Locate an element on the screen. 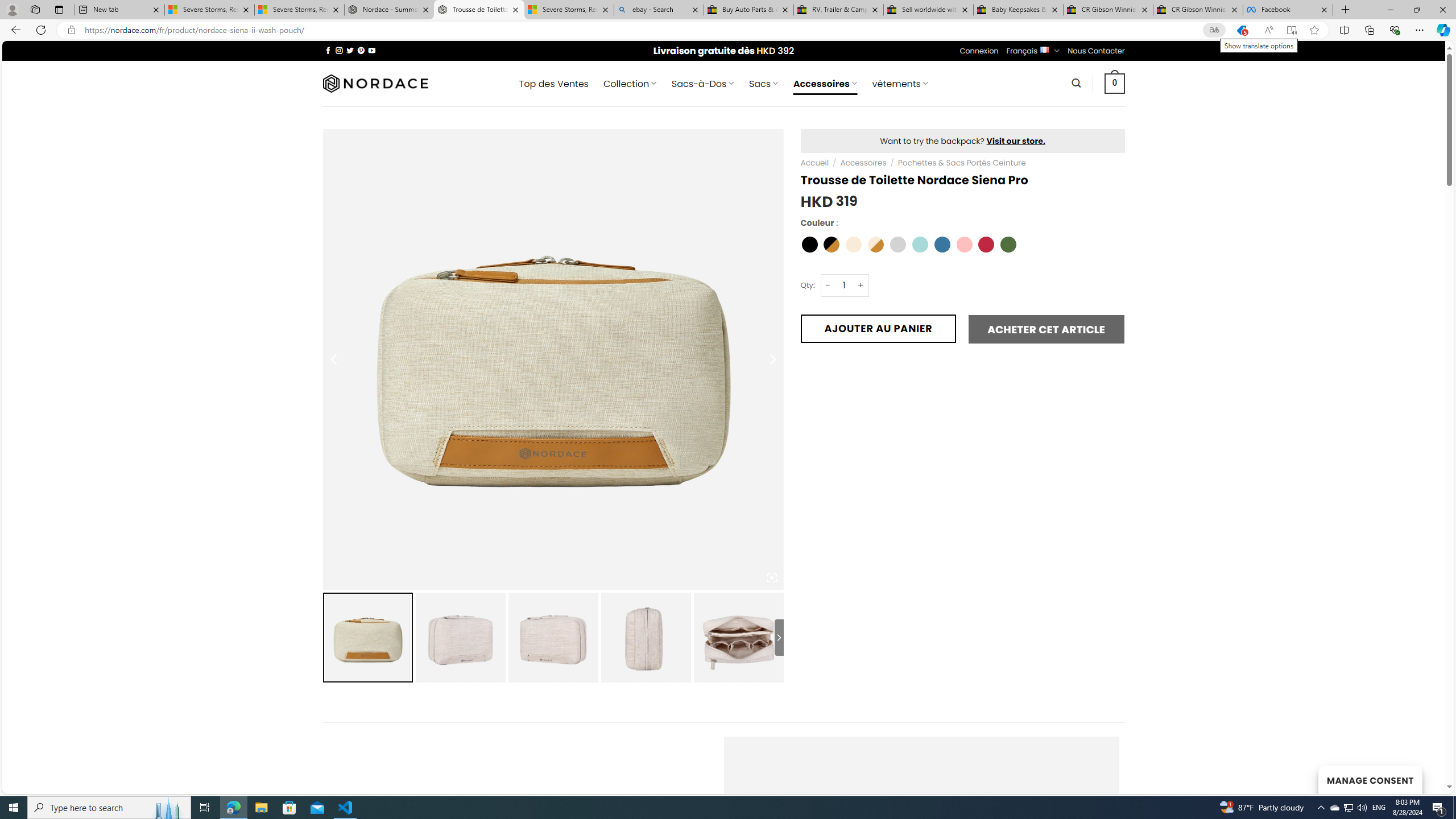 Image resolution: width=1456 pixels, height=819 pixels. 'Show translate options' is located at coordinates (1214, 30).